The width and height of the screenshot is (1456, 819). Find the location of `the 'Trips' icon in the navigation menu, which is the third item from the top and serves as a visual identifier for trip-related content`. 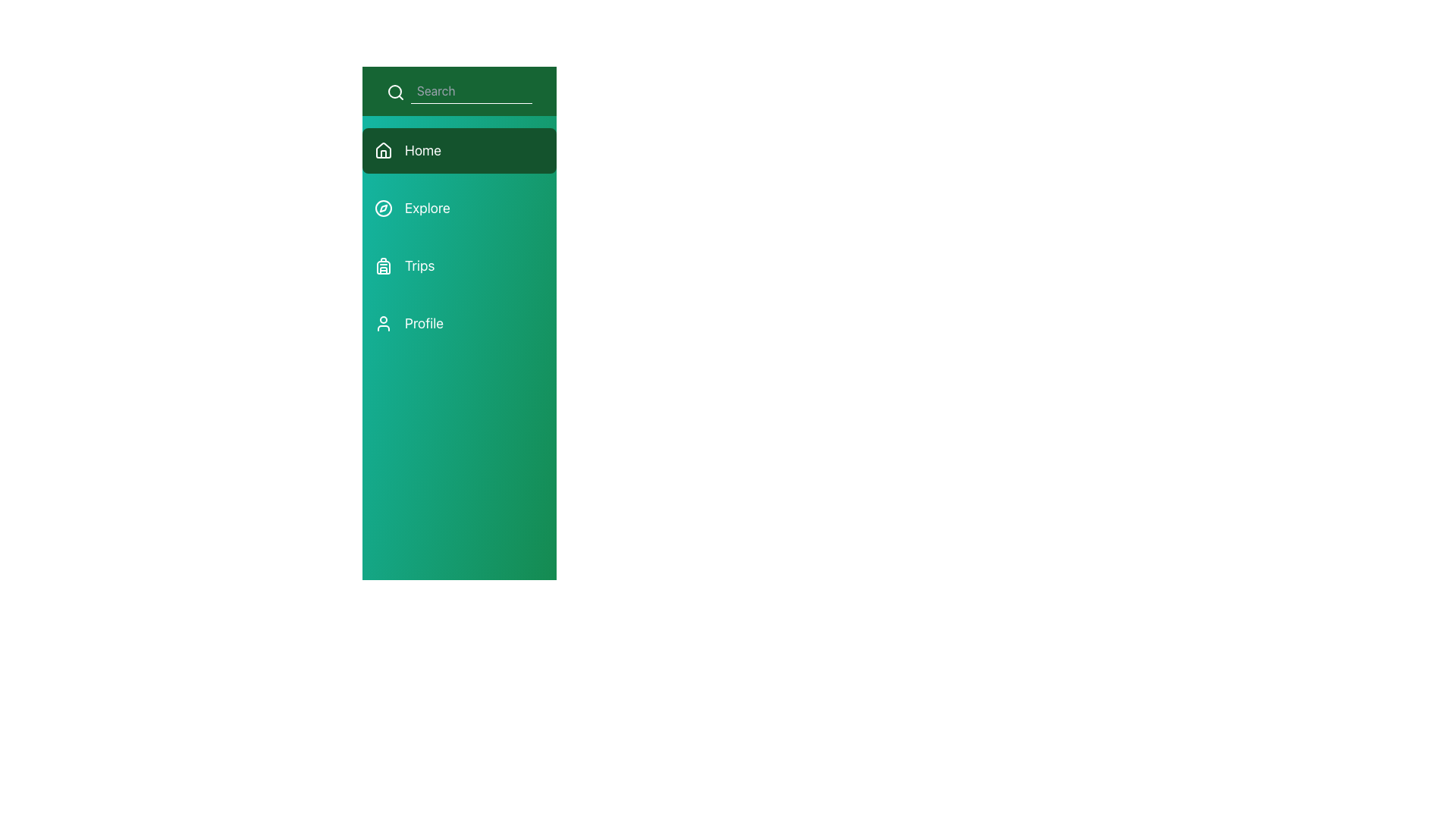

the 'Trips' icon in the navigation menu, which is the third item from the top and serves as a visual identifier for trip-related content is located at coordinates (383, 265).